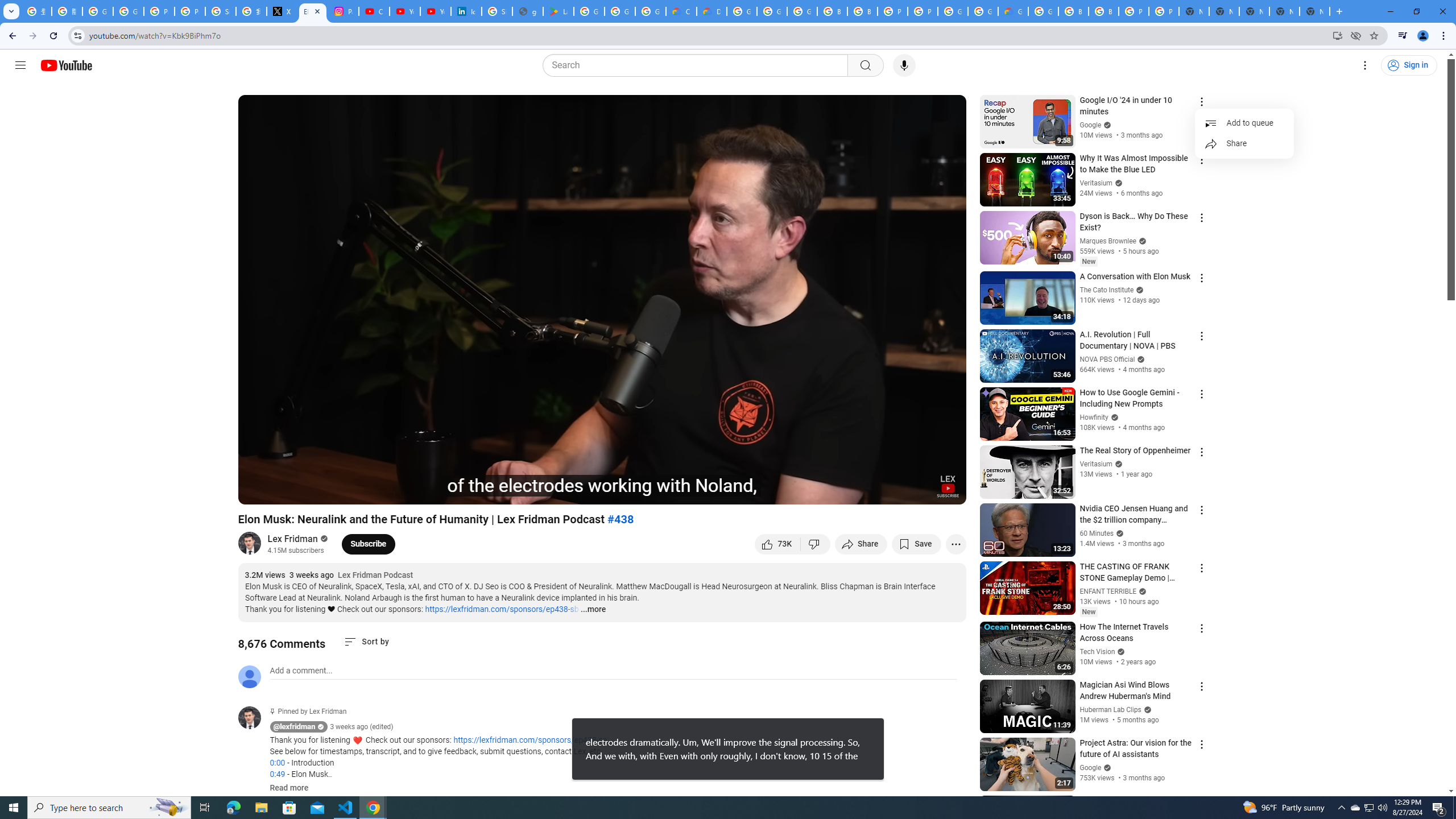 This screenshot has width=1456, height=819. What do you see at coordinates (1243, 143) in the screenshot?
I see `'Share'` at bounding box center [1243, 143].